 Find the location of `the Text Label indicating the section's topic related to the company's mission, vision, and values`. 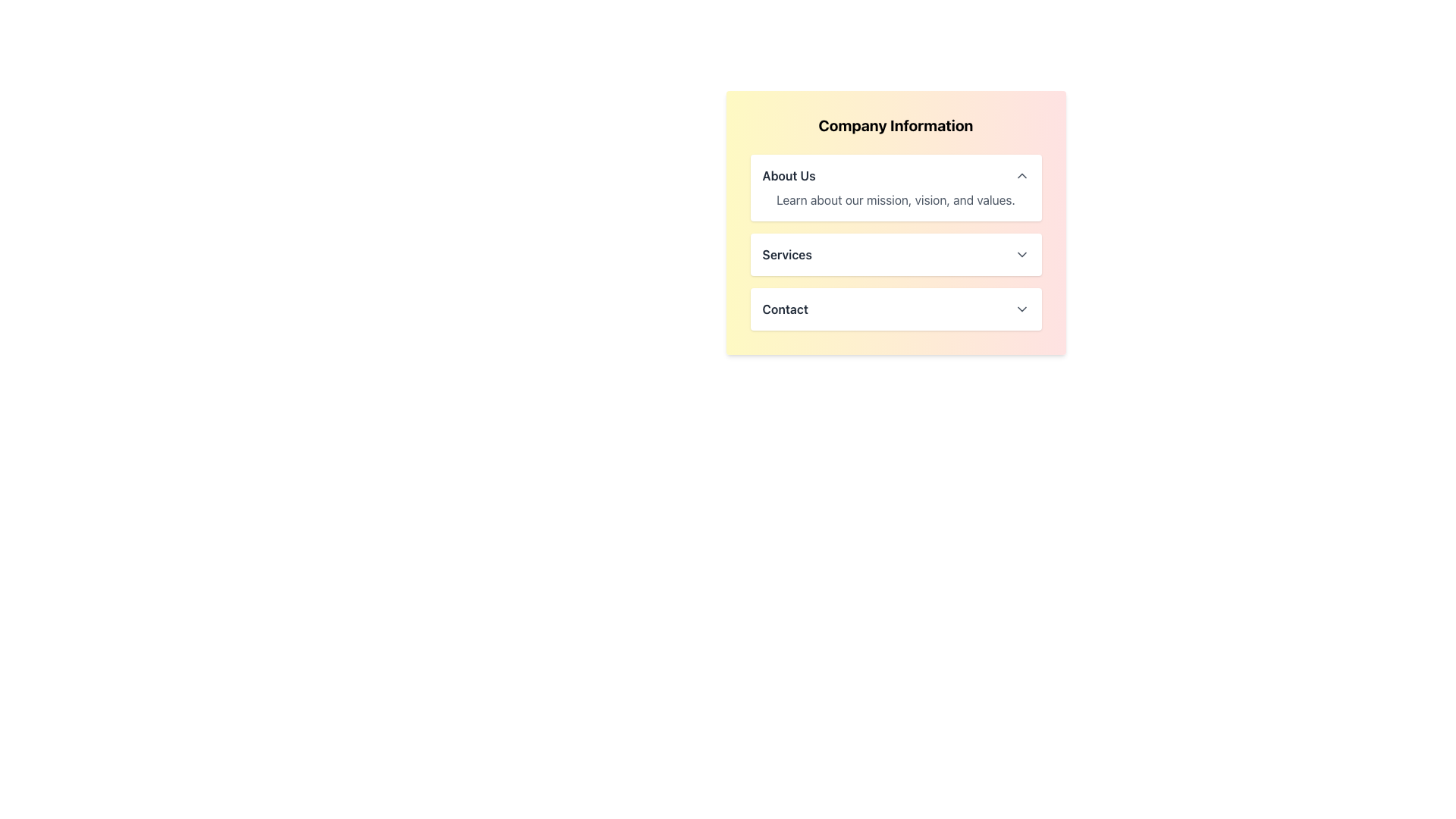

the Text Label indicating the section's topic related to the company's mission, vision, and values is located at coordinates (789, 174).